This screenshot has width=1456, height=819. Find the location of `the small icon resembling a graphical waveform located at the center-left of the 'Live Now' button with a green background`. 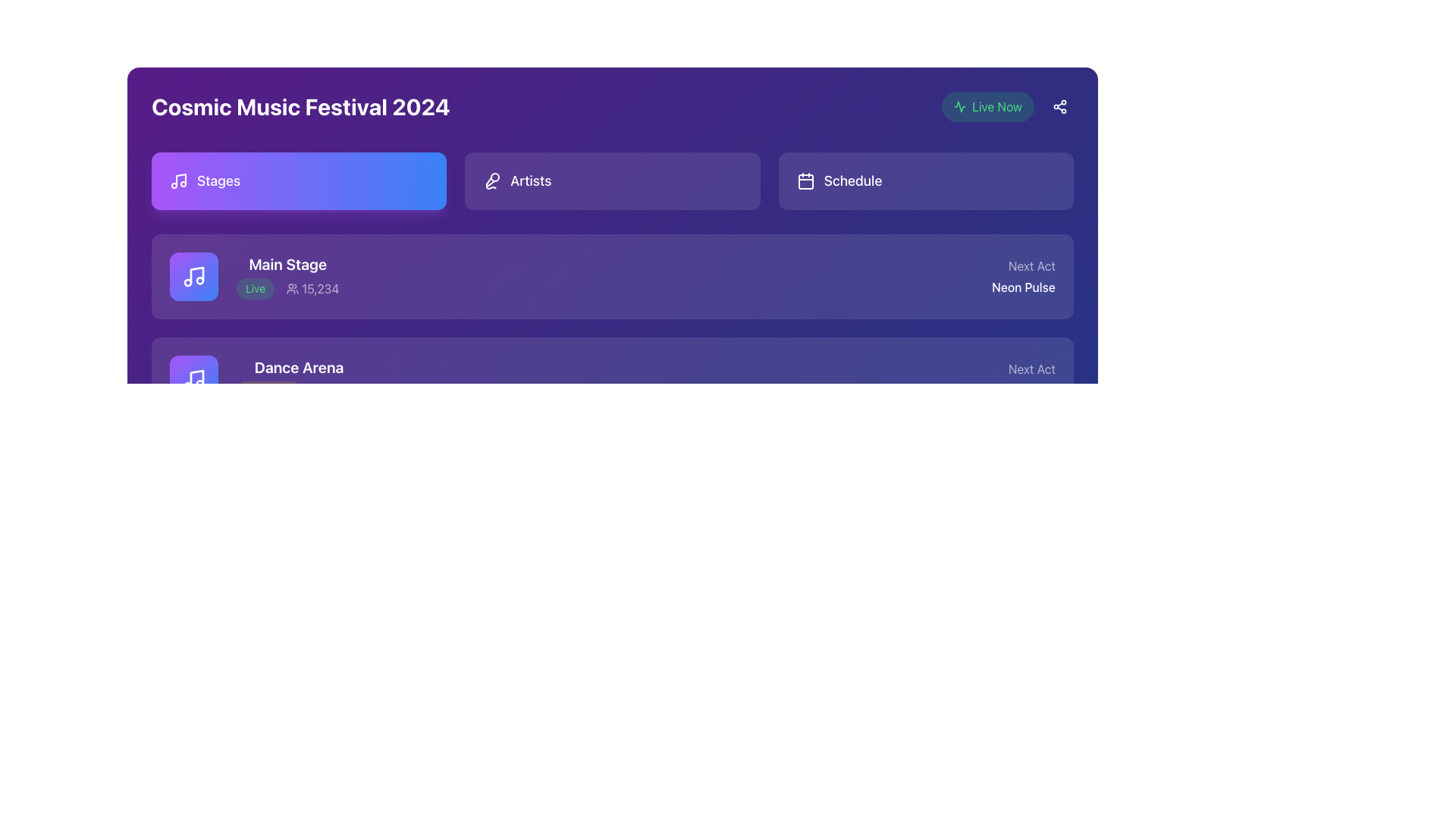

the small icon resembling a graphical waveform located at the center-left of the 'Live Now' button with a green background is located at coordinates (959, 106).